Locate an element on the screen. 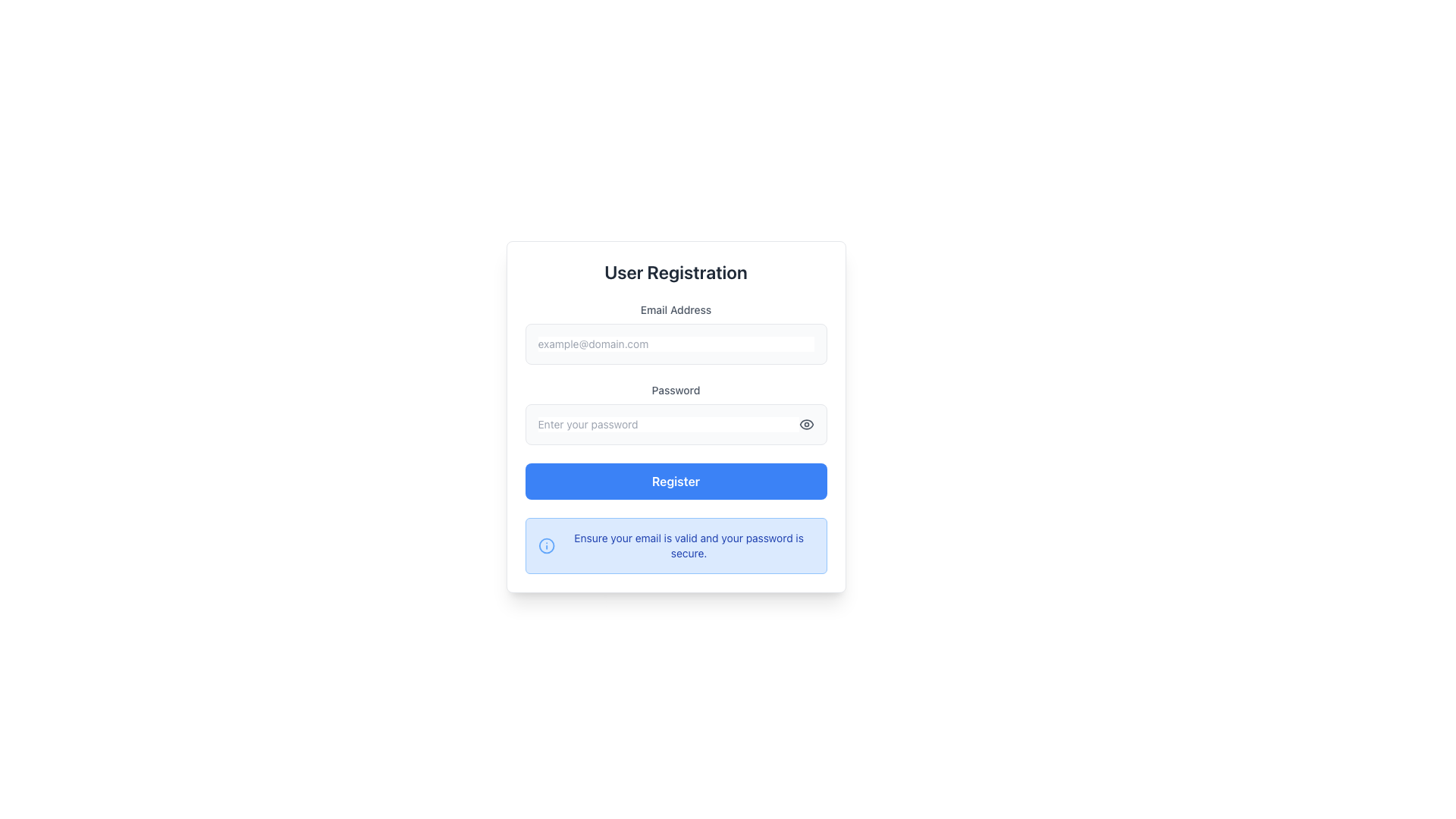  the Password input field, which is labeled 'Password' and features a placeholder 'Enter your password' is located at coordinates (675, 414).